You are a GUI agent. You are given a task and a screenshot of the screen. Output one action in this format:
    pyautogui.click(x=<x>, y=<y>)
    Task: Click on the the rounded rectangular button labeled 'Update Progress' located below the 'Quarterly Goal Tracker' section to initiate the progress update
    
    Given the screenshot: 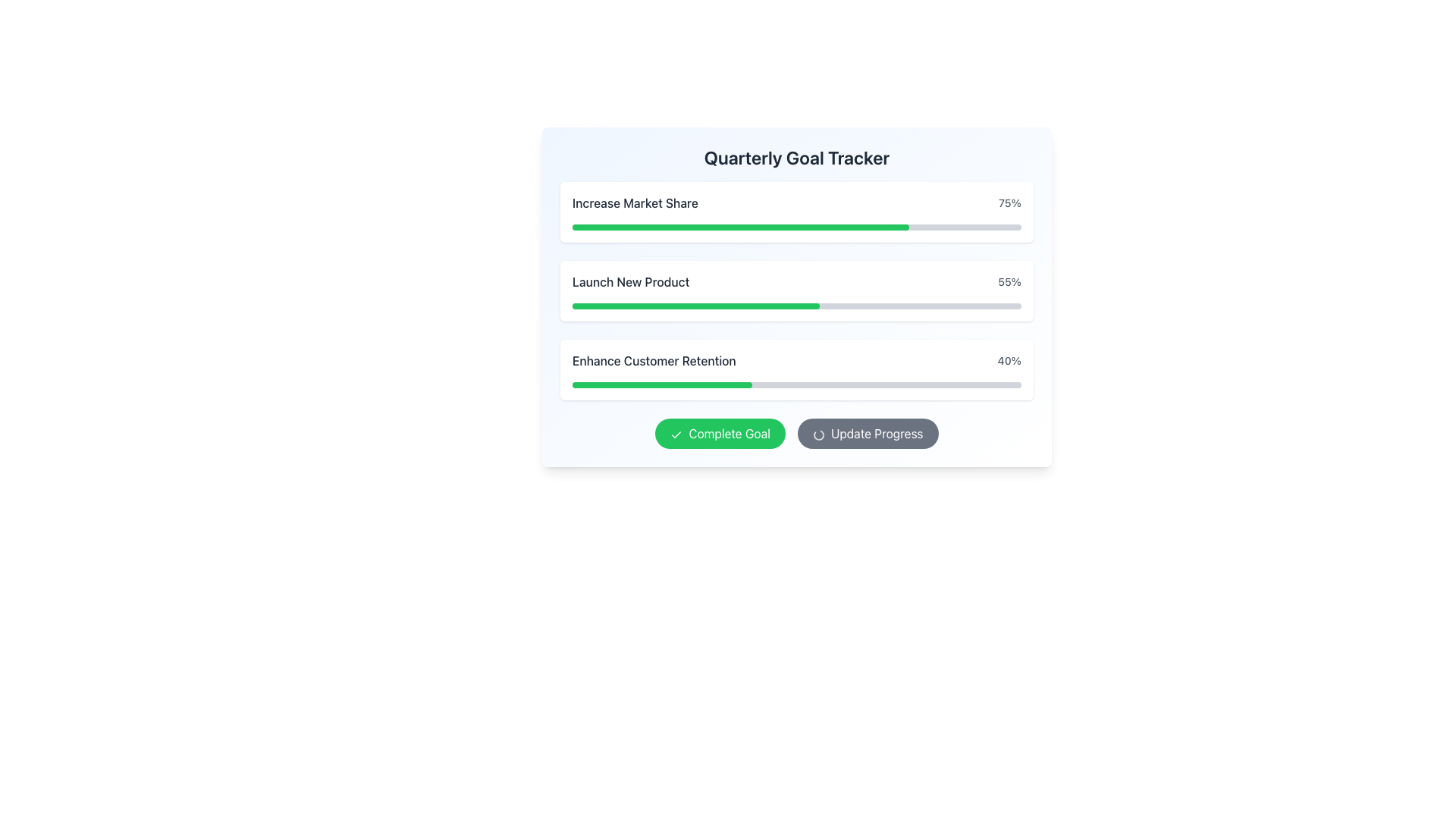 What is the action you would take?
    pyautogui.click(x=868, y=433)
    